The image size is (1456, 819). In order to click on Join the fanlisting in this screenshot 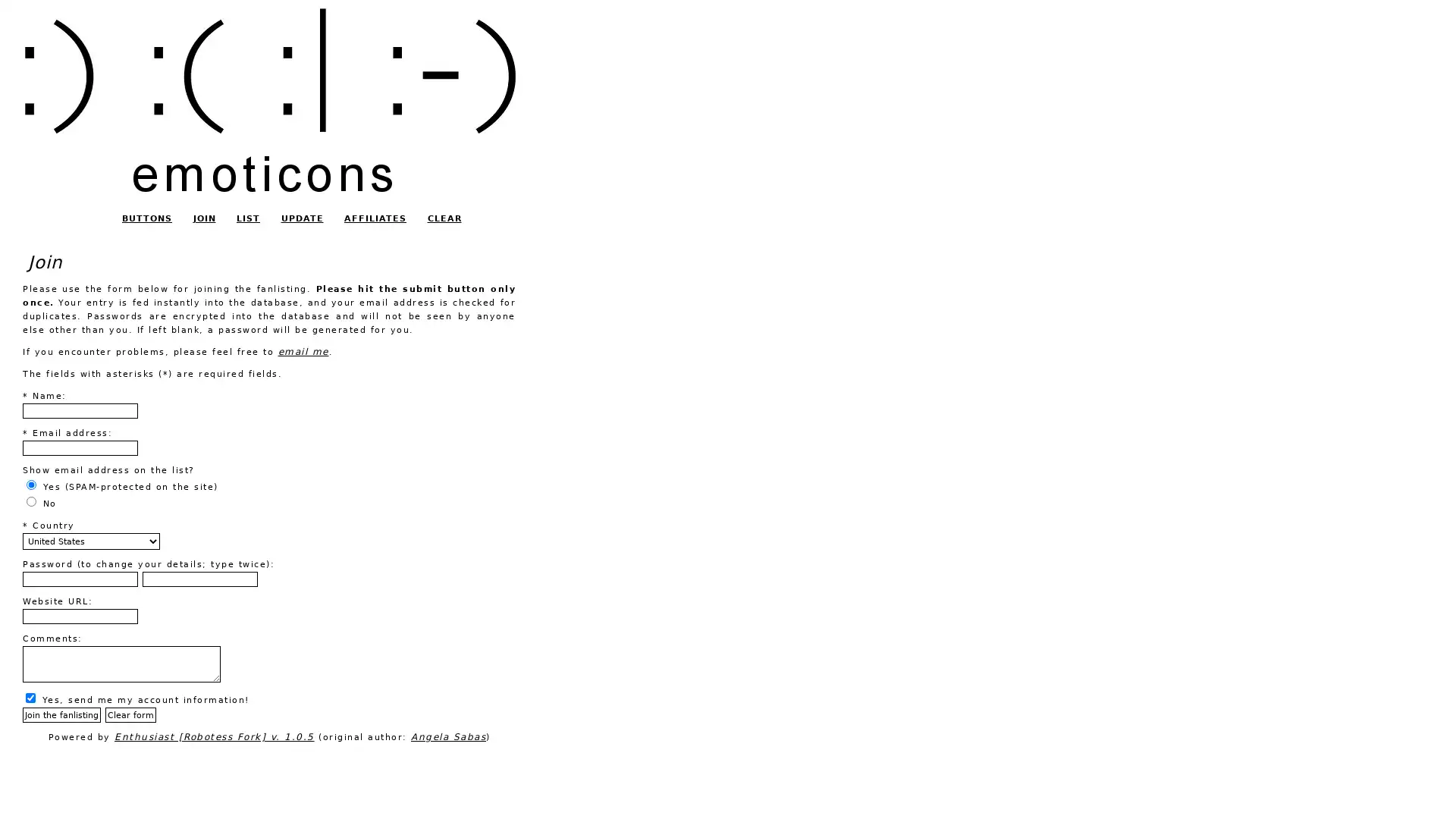, I will do `click(61, 714)`.